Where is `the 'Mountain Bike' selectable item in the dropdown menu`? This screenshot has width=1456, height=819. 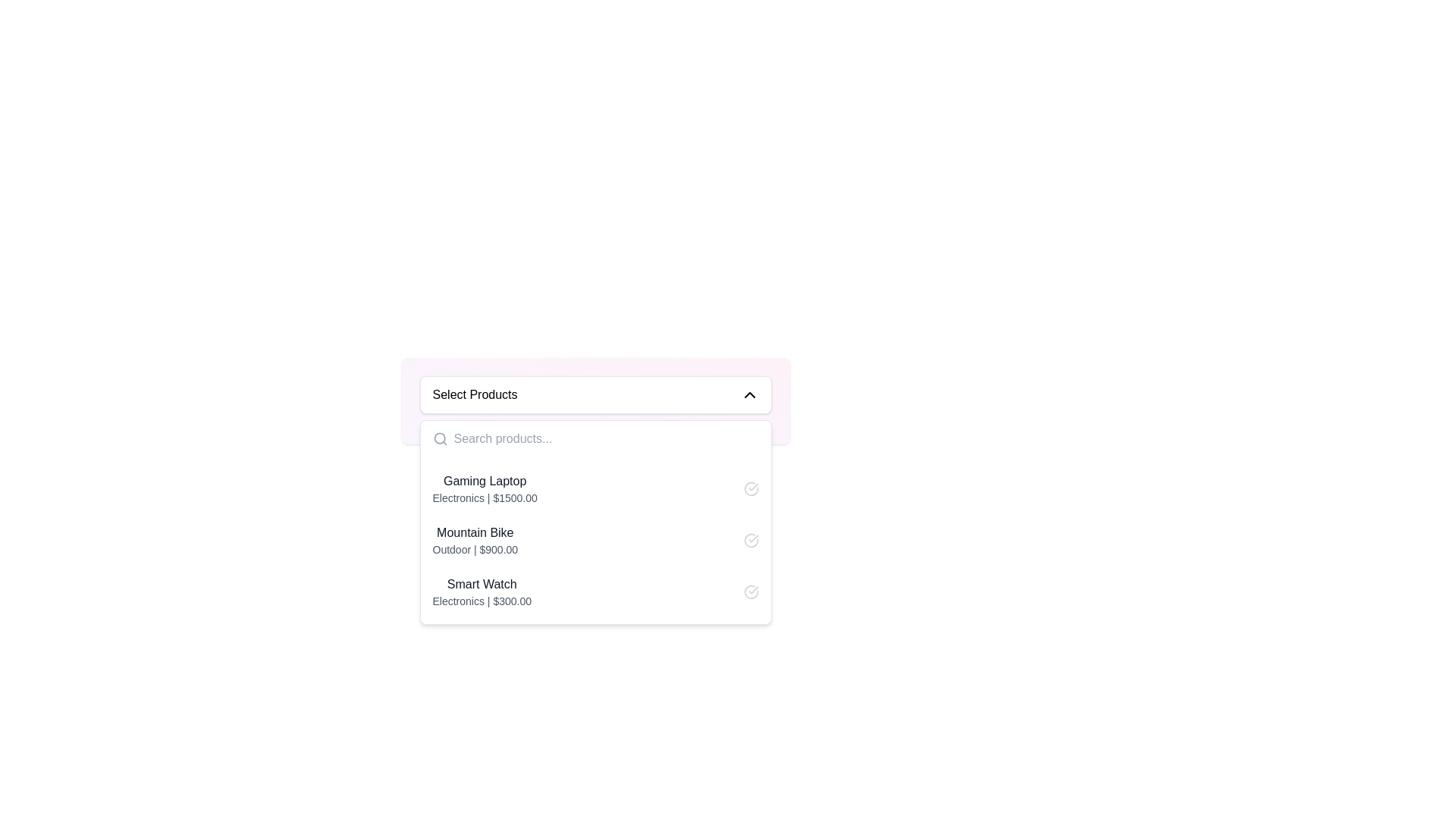
the 'Mountain Bike' selectable item in the dropdown menu is located at coordinates (595, 540).